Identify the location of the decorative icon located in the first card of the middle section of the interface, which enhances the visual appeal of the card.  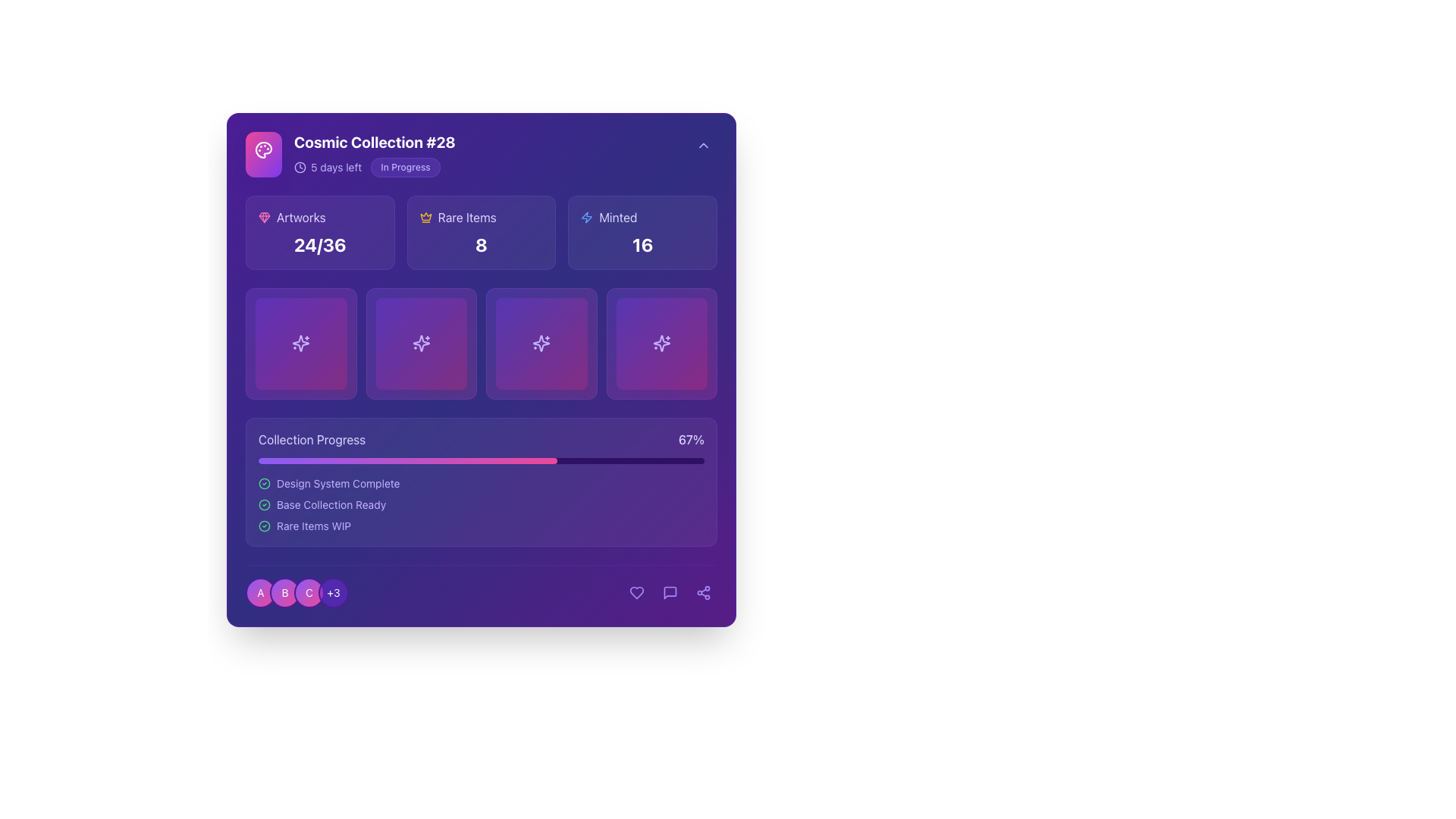
(301, 344).